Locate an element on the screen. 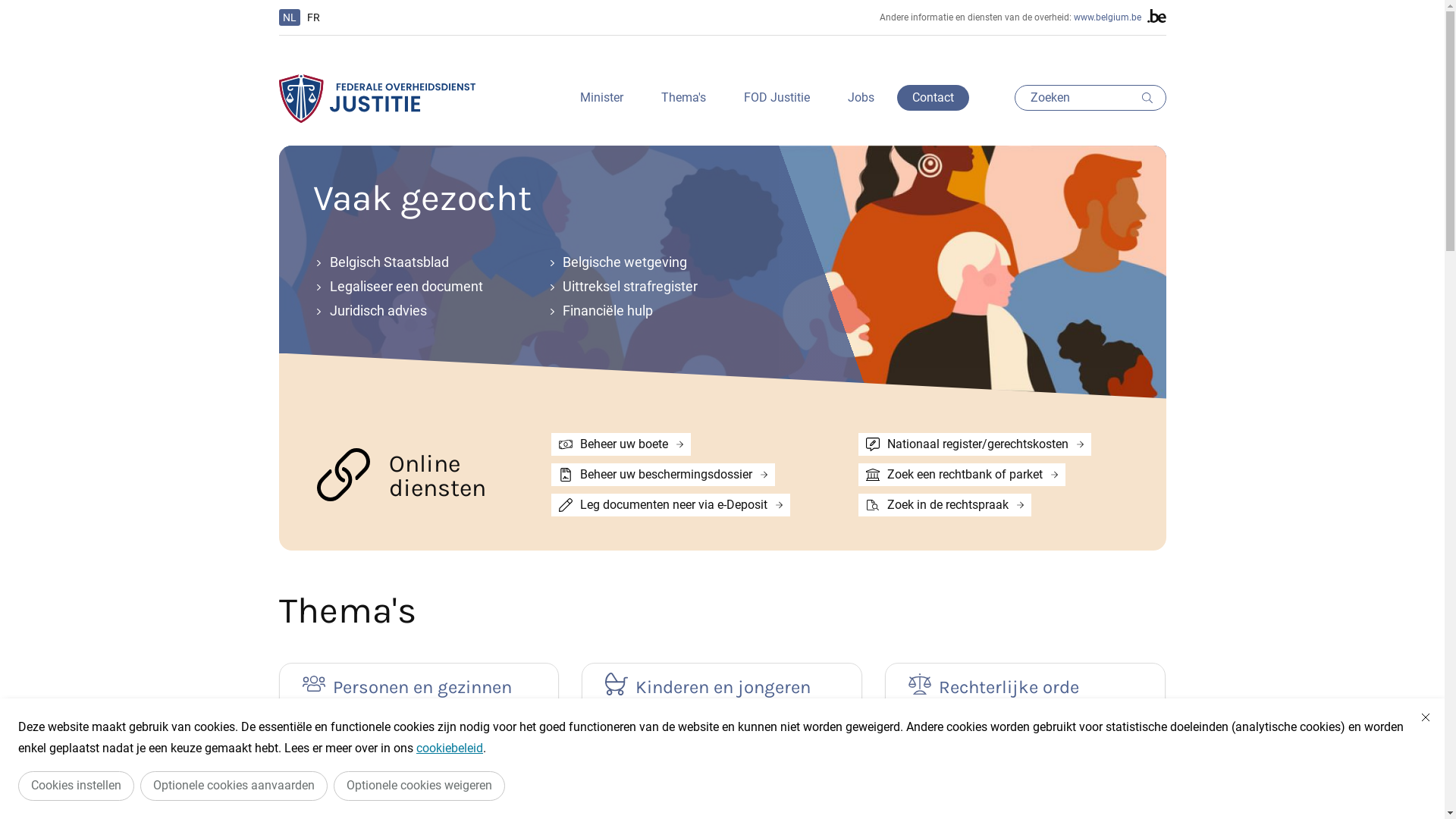 Image resolution: width=1456 pixels, height=819 pixels. 'Contact' is located at coordinates (931, 97).